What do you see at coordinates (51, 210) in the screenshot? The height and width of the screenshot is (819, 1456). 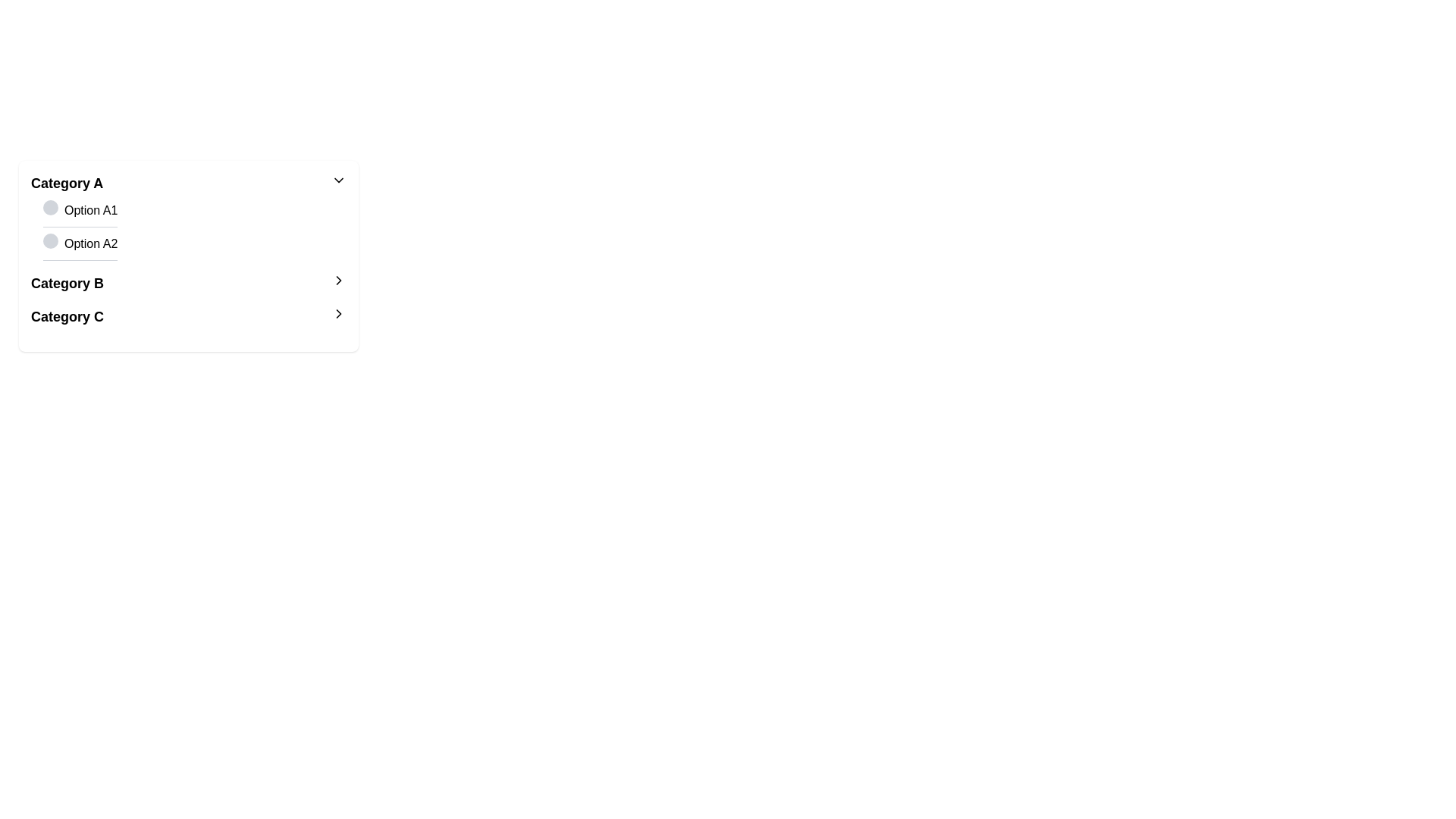 I see `the radio button for 'Option A1' located at the leftmost part of its row under 'Category A'` at bounding box center [51, 210].